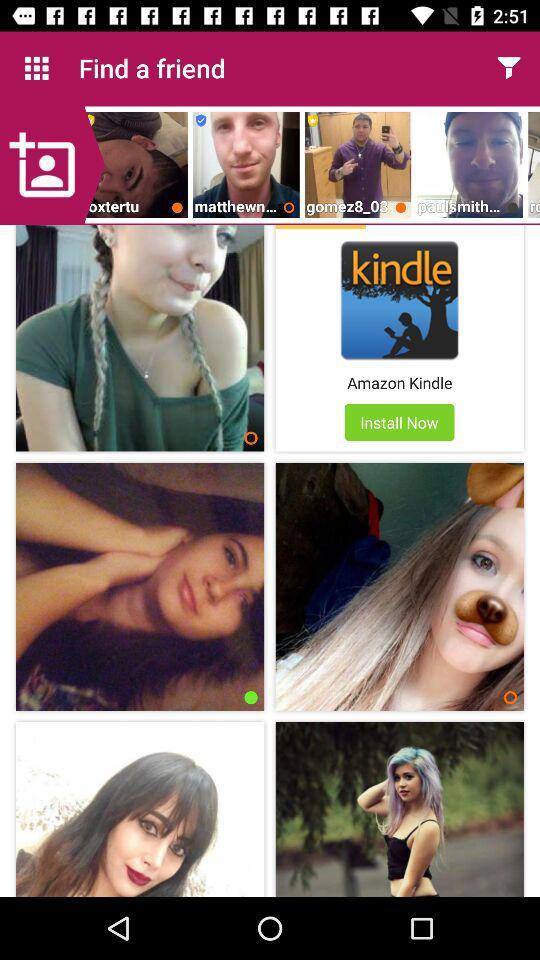 The height and width of the screenshot is (960, 540). What do you see at coordinates (36, 68) in the screenshot?
I see `the icon next to the find a friend app` at bounding box center [36, 68].